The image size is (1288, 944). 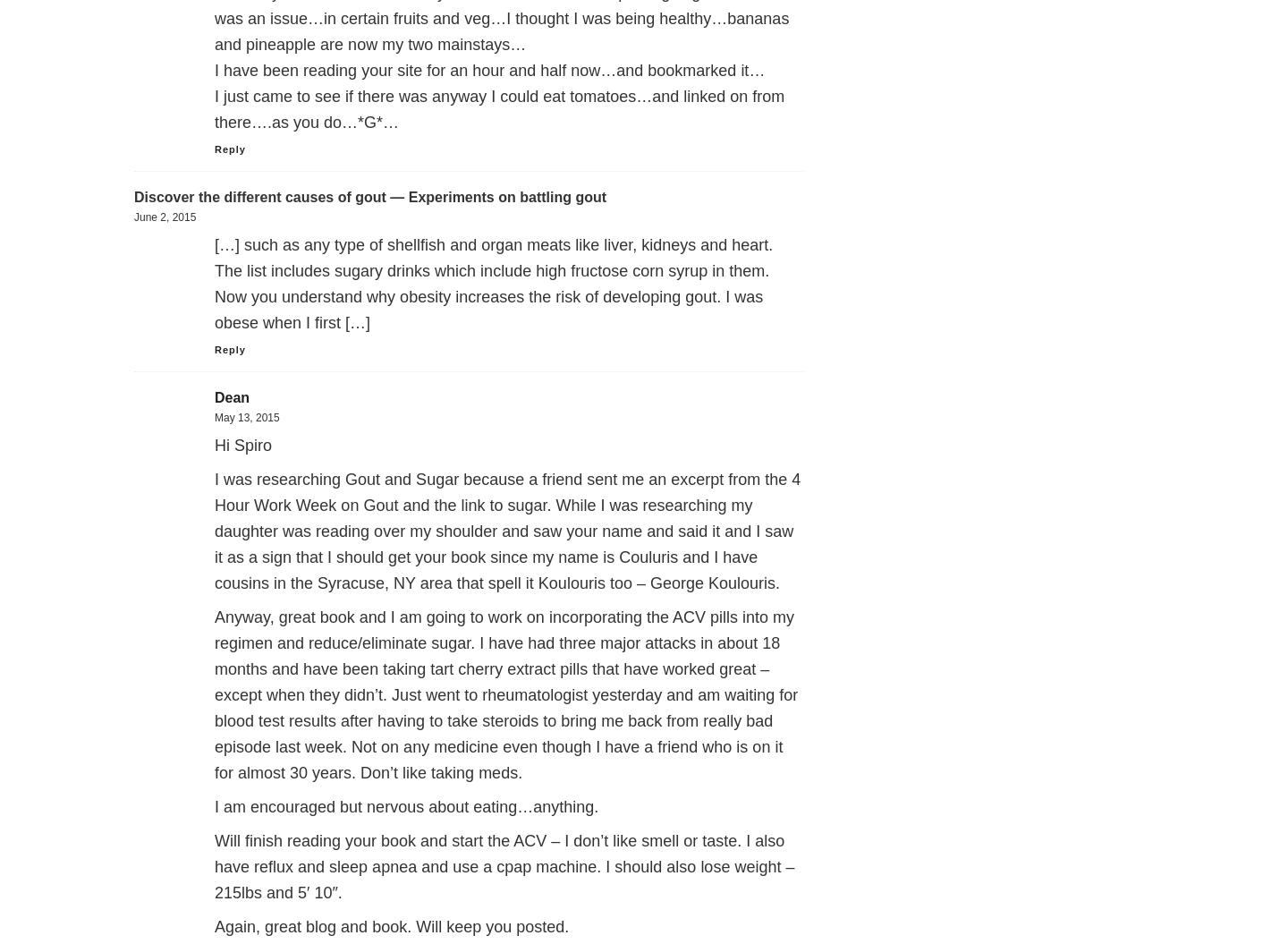 I want to click on 'I was researching Gout and Sugar because a friend sent me an excerpt from the 4 Hour Work Week on Gout and the link to sugar. While I was researching my daughter was reading over my shoulder and saw your name and said it and I saw it as a sign that I should get your book since my name is Couluris and I have cousins in the Syracuse, NY area that spell it Koulouris too – George Koulouris.', so click(x=507, y=531).